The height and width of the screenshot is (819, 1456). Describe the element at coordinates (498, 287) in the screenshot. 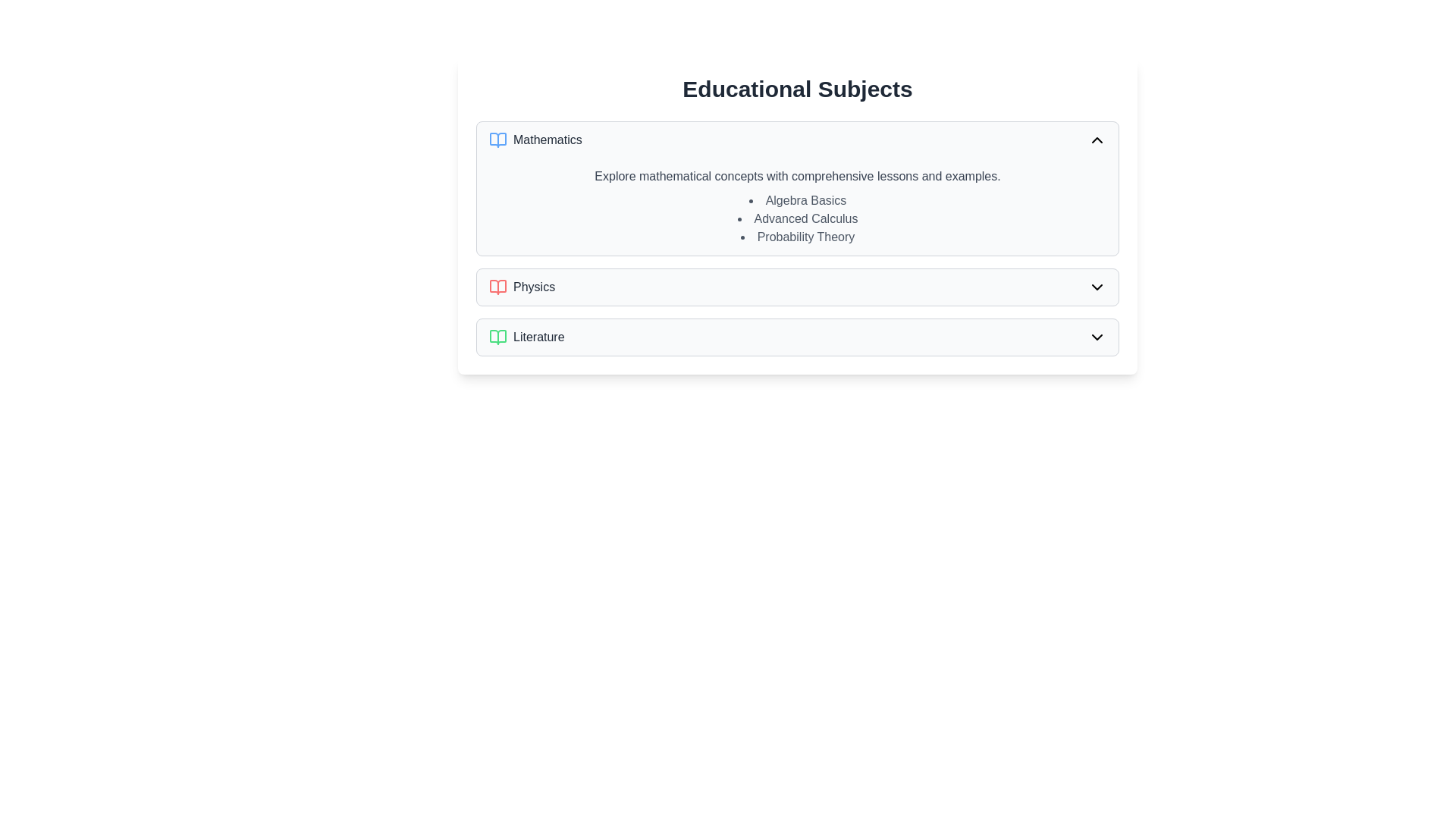

I see `the lower part of the red book icon located next to the 'Physics' label in the educational subjects list` at that location.